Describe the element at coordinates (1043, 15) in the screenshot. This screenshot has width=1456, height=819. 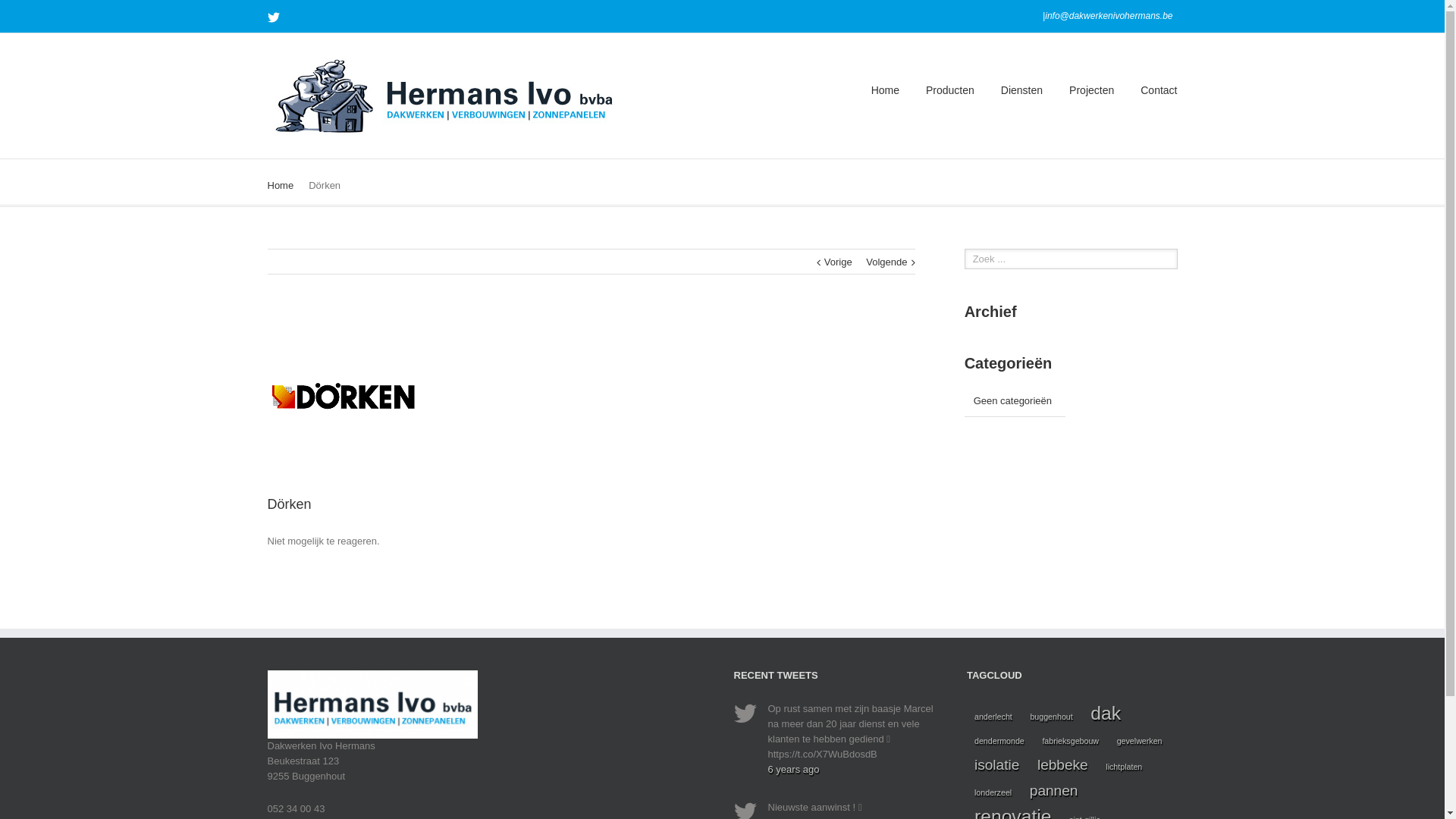
I see `'info@dakwerkenivohermans.be'` at that location.